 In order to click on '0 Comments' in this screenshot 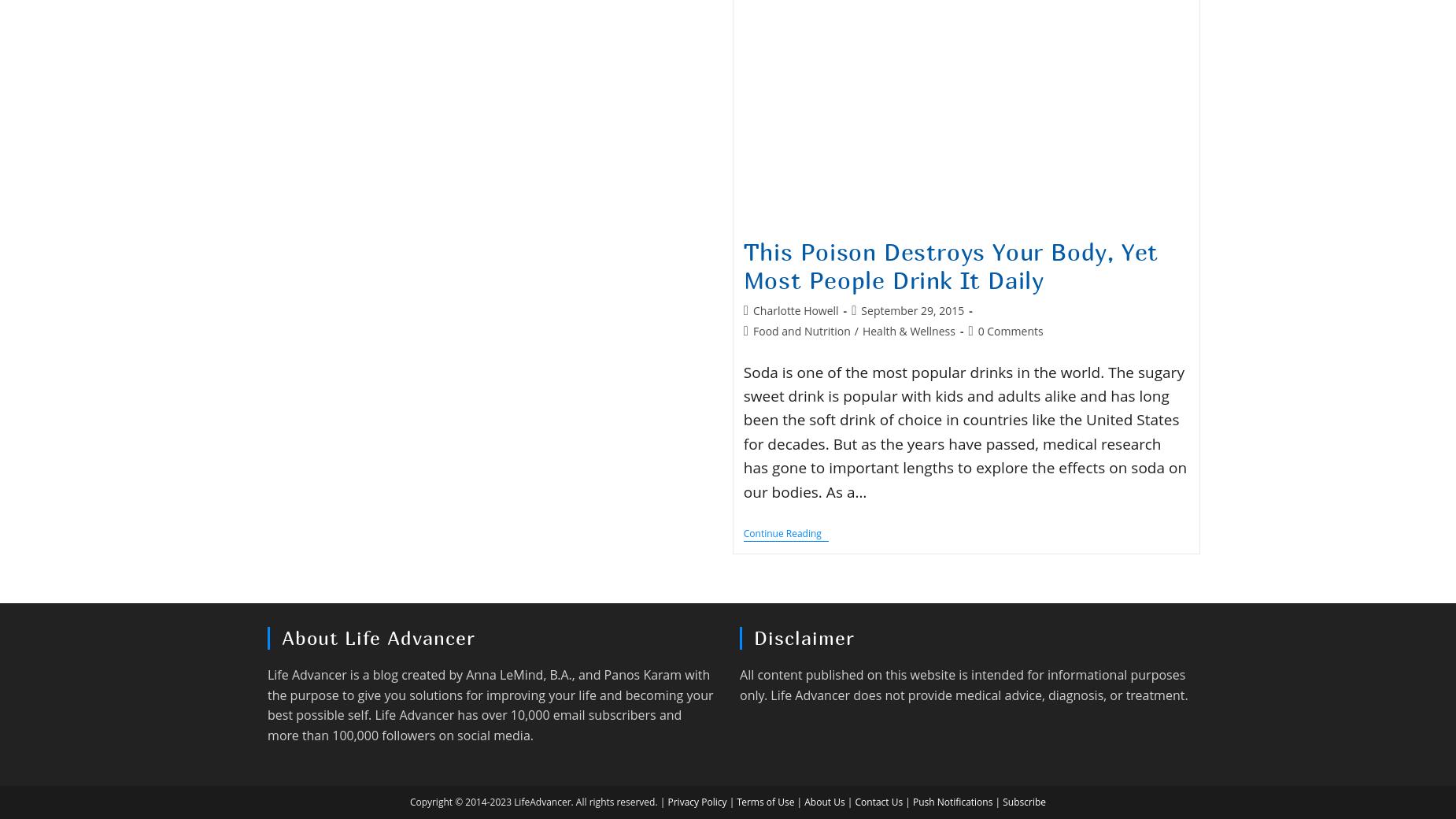, I will do `click(1009, 330)`.